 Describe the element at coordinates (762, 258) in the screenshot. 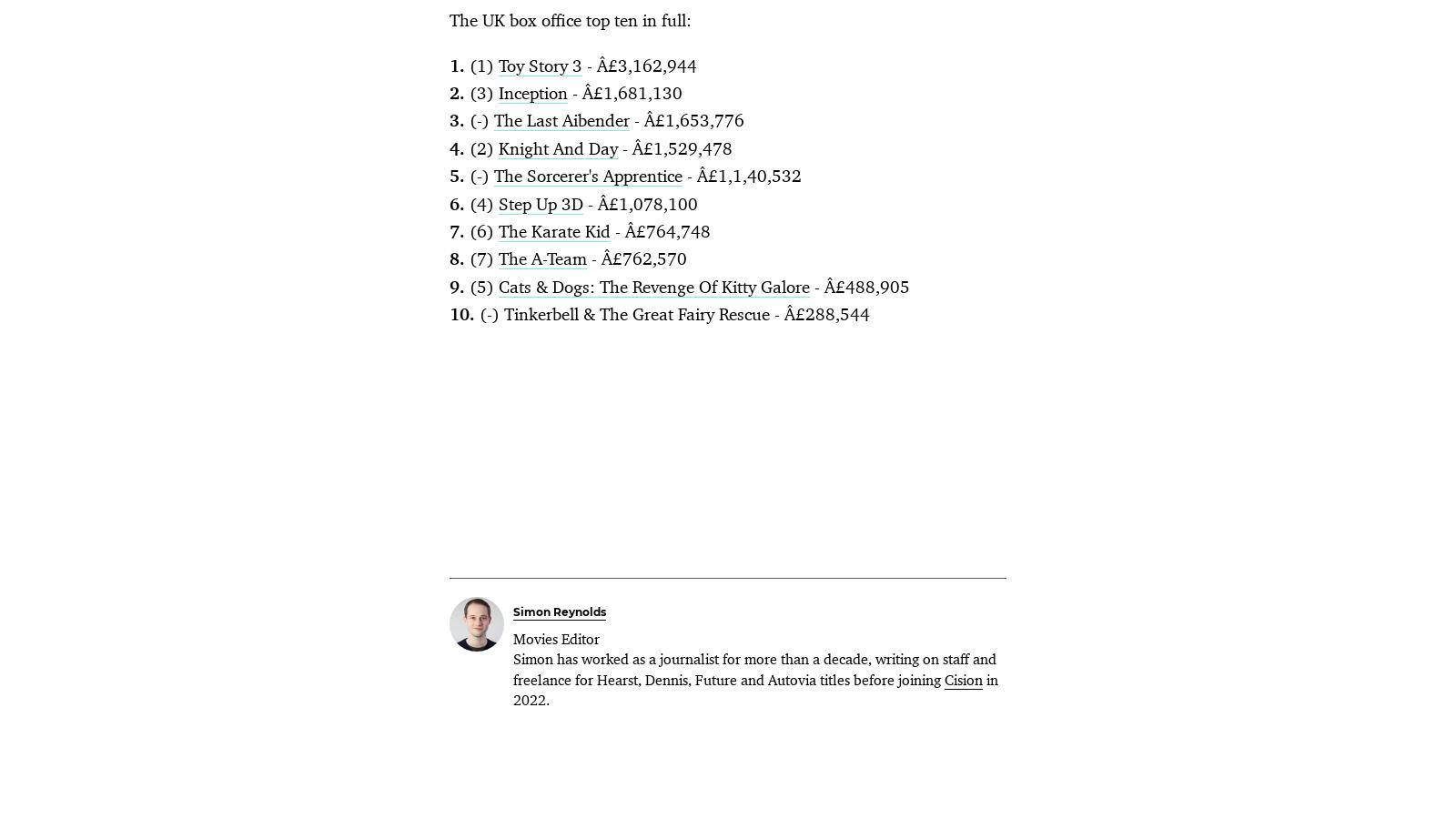

I see `'Black Friday'` at that location.